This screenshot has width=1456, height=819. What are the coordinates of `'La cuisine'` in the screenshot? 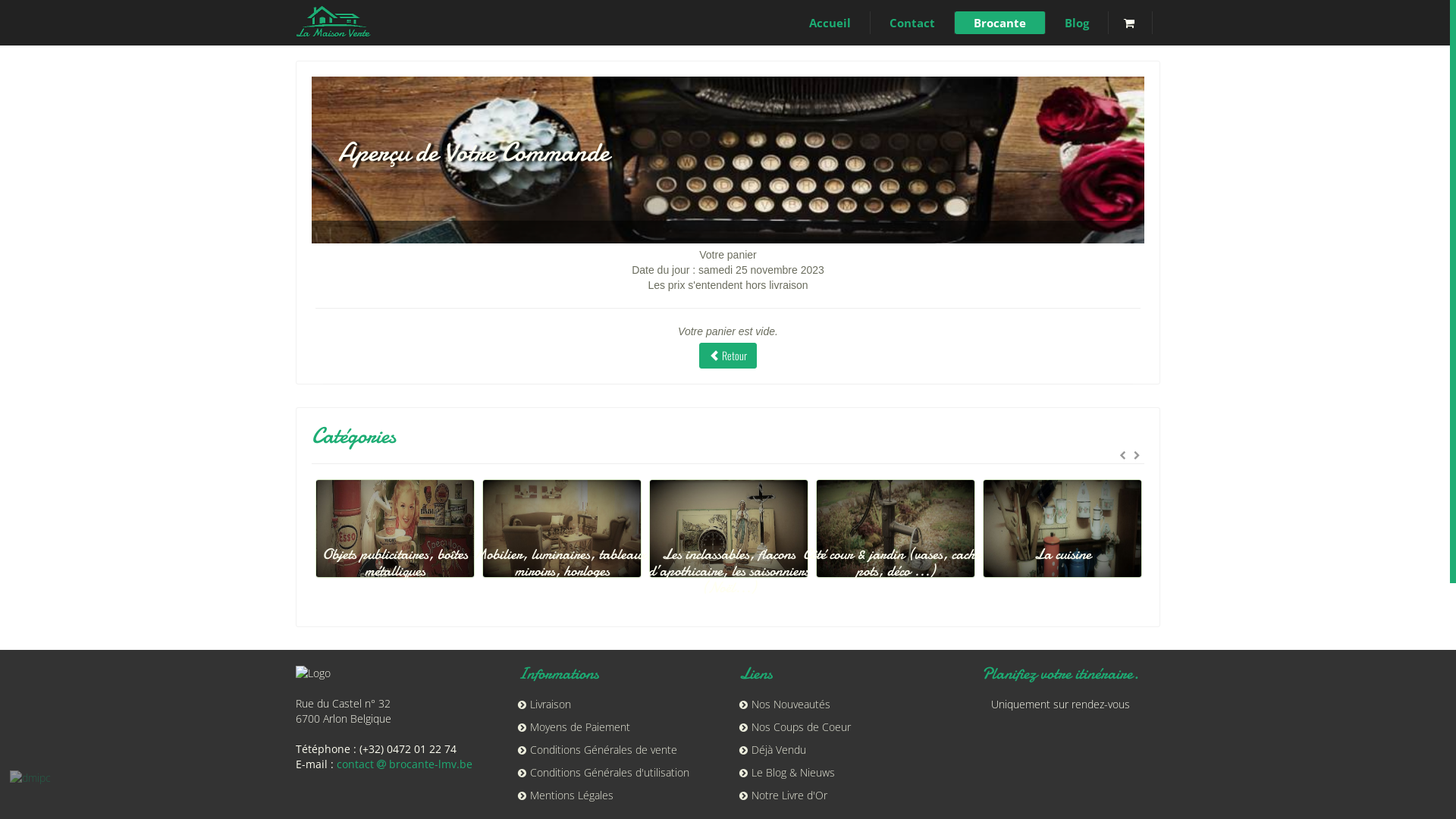 It's located at (1106, 544).